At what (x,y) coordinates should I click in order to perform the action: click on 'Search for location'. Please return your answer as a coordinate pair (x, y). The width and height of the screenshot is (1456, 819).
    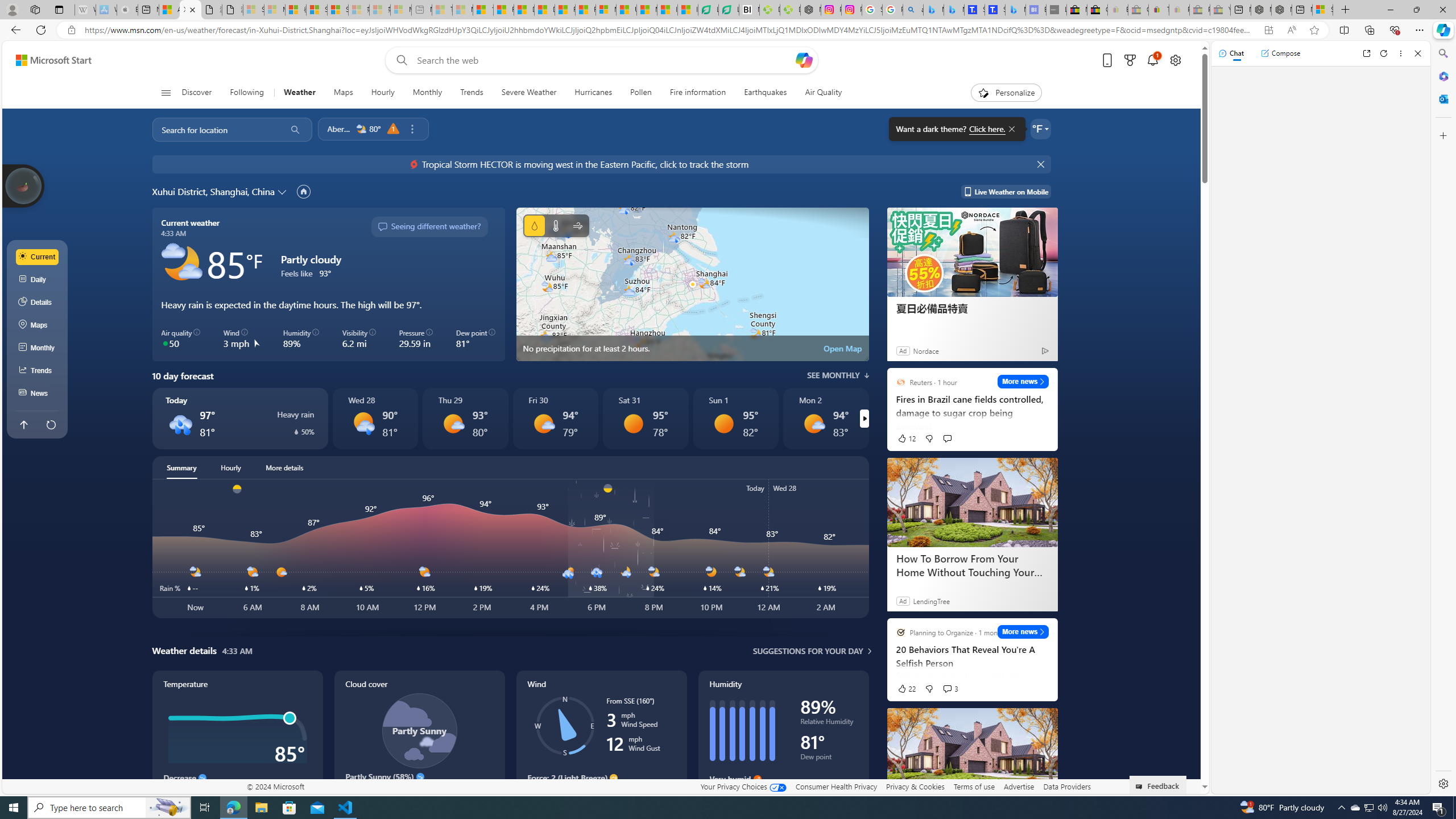
    Looking at the image, I should click on (215, 129).